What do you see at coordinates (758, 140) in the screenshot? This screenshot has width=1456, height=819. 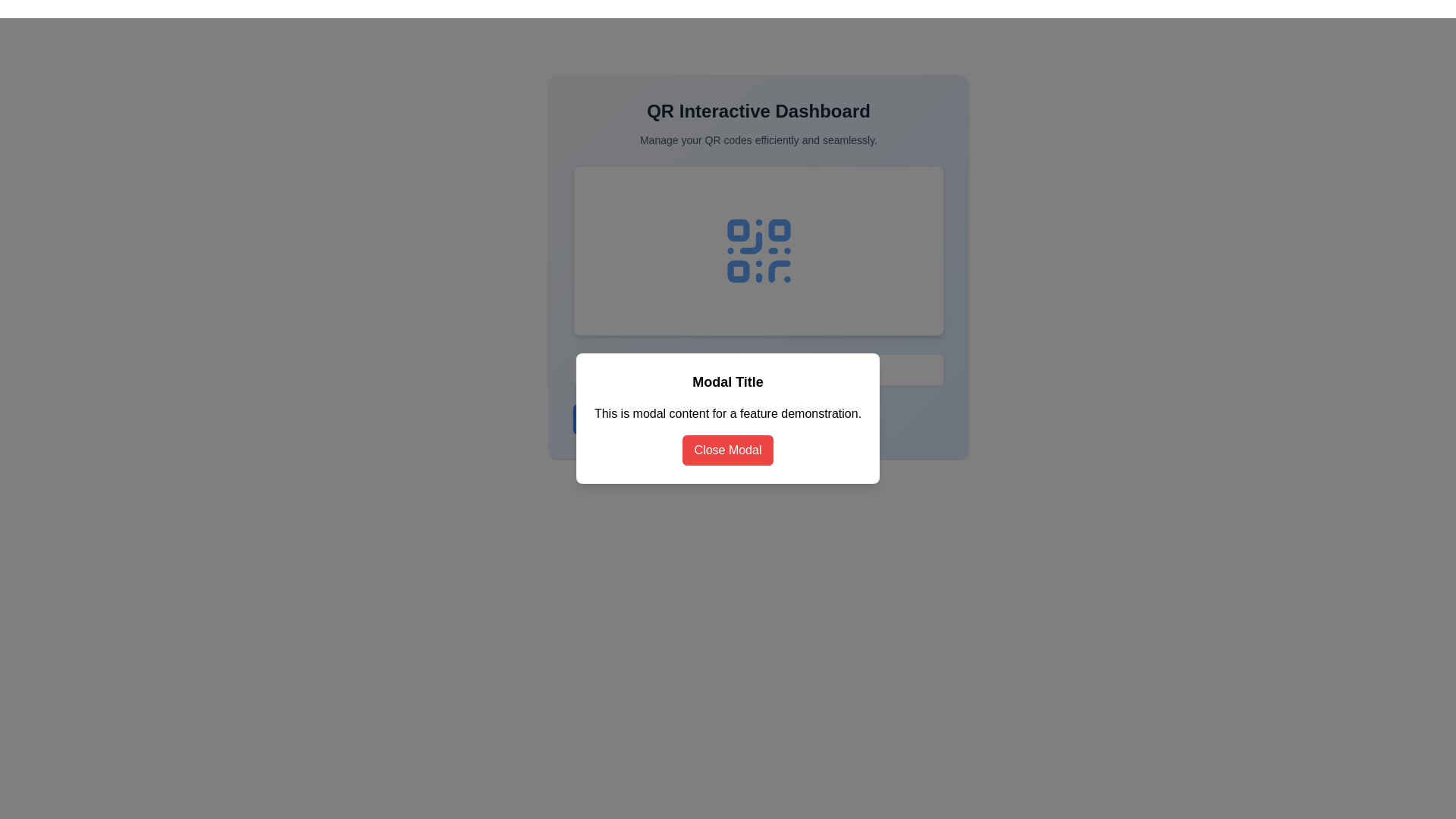 I see `the descriptive subtitle located below the title 'QR Interactive Dashboard' and above the central graphic feature, positioned at the center horizontally` at bounding box center [758, 140].